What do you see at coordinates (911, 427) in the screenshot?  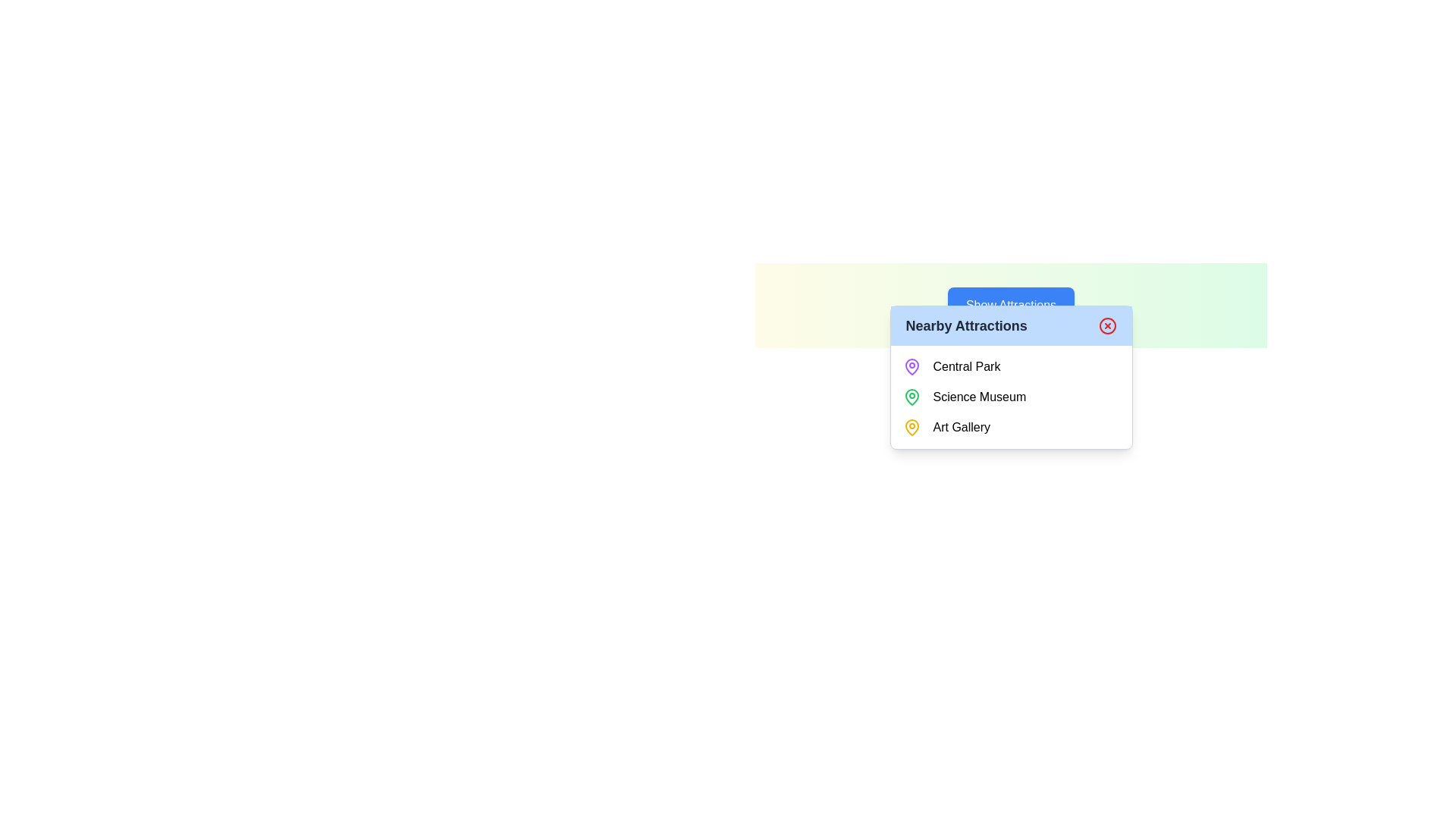 I see `the yellow elliptical border of the map pin icon, which is the outer border surrounding the circular center of the pin` at bounding box center [911, 427].